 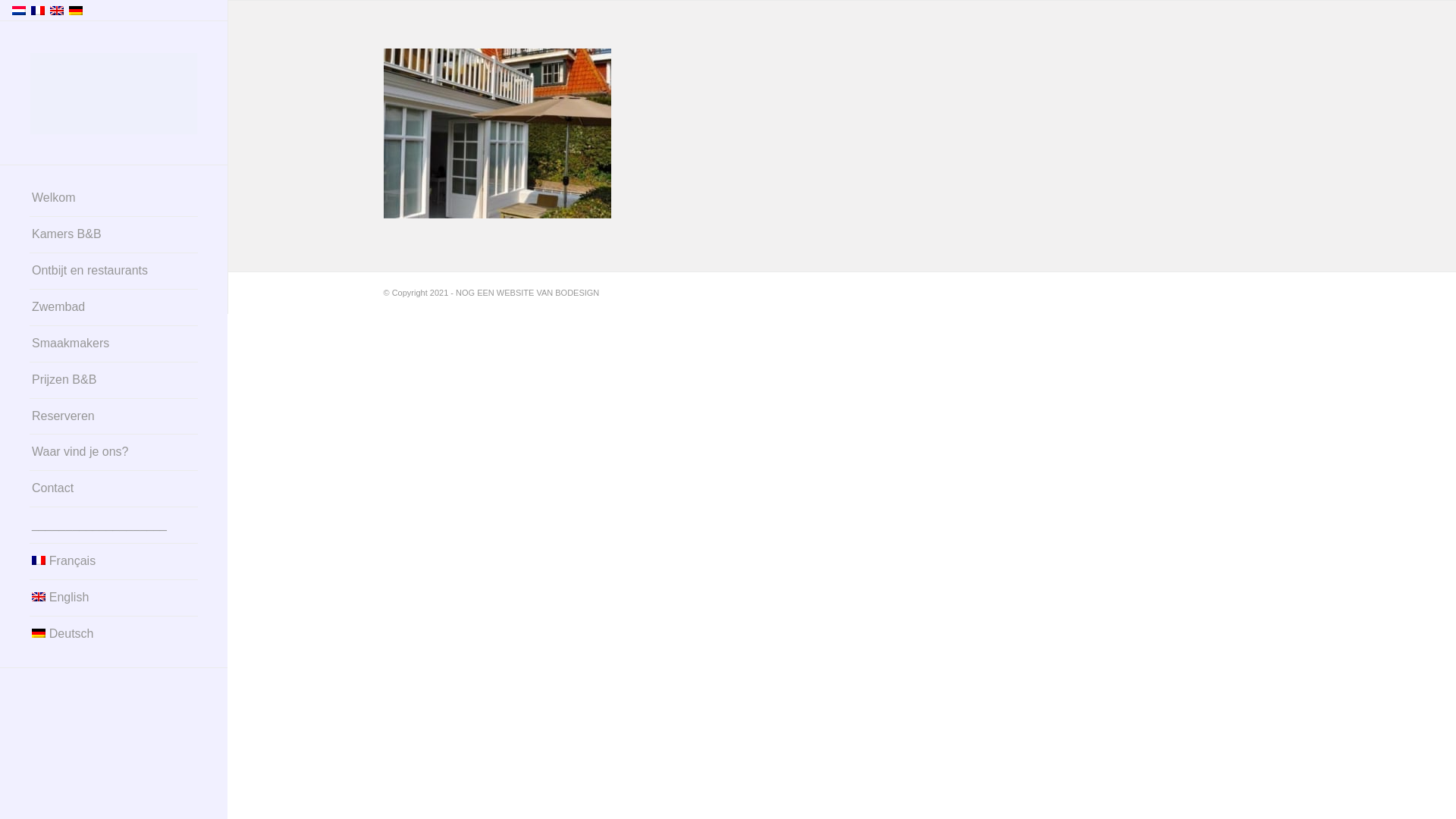 I want to click on 'Nederlands', so click(x=18, y=11).